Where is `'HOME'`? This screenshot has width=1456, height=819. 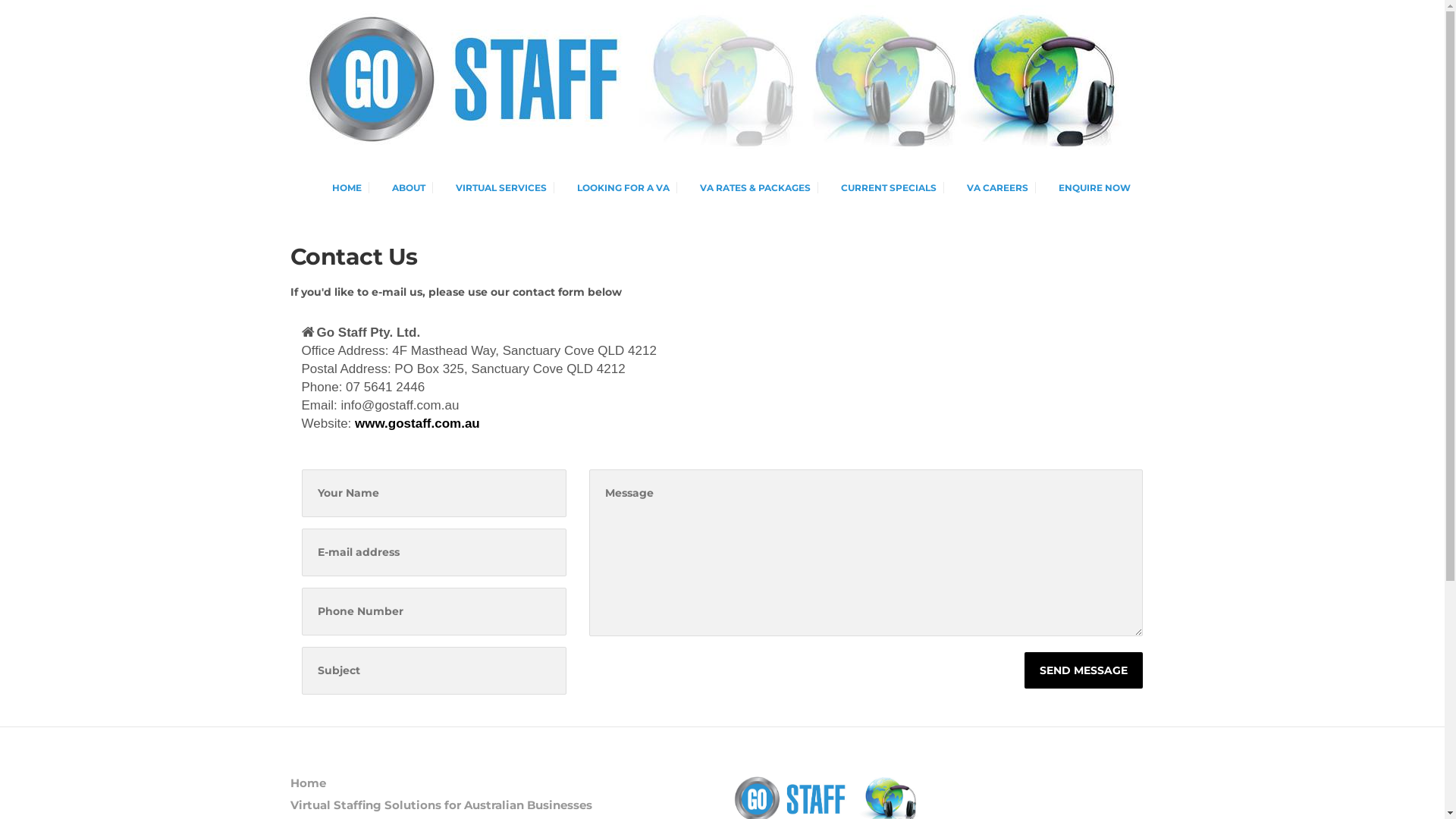
'HOME' is located at coordinates (309, 187).